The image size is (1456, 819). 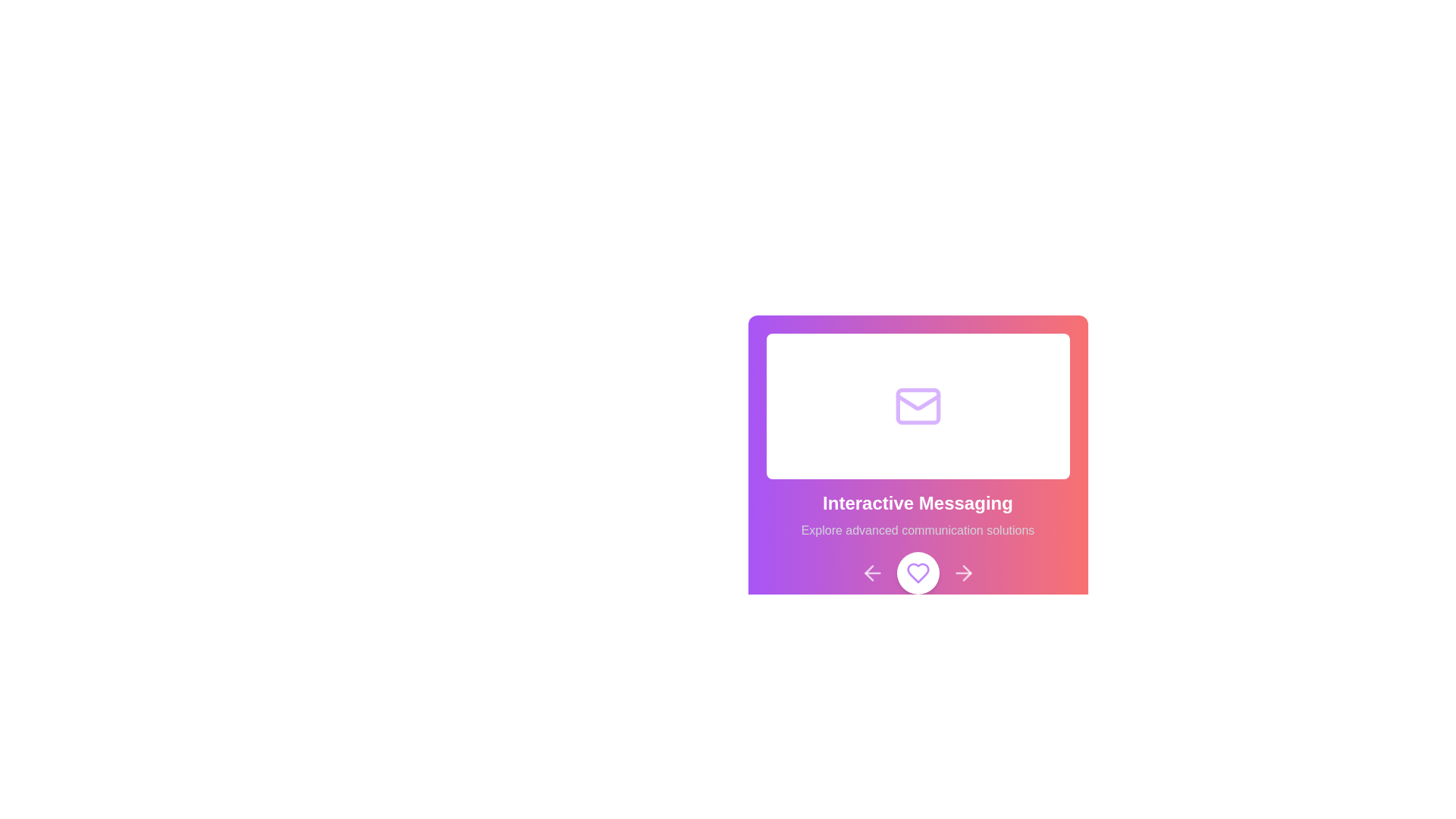 I want to click on the circular button featuring a white background and a heart icon styled in purple, so click(x=917, y=573).